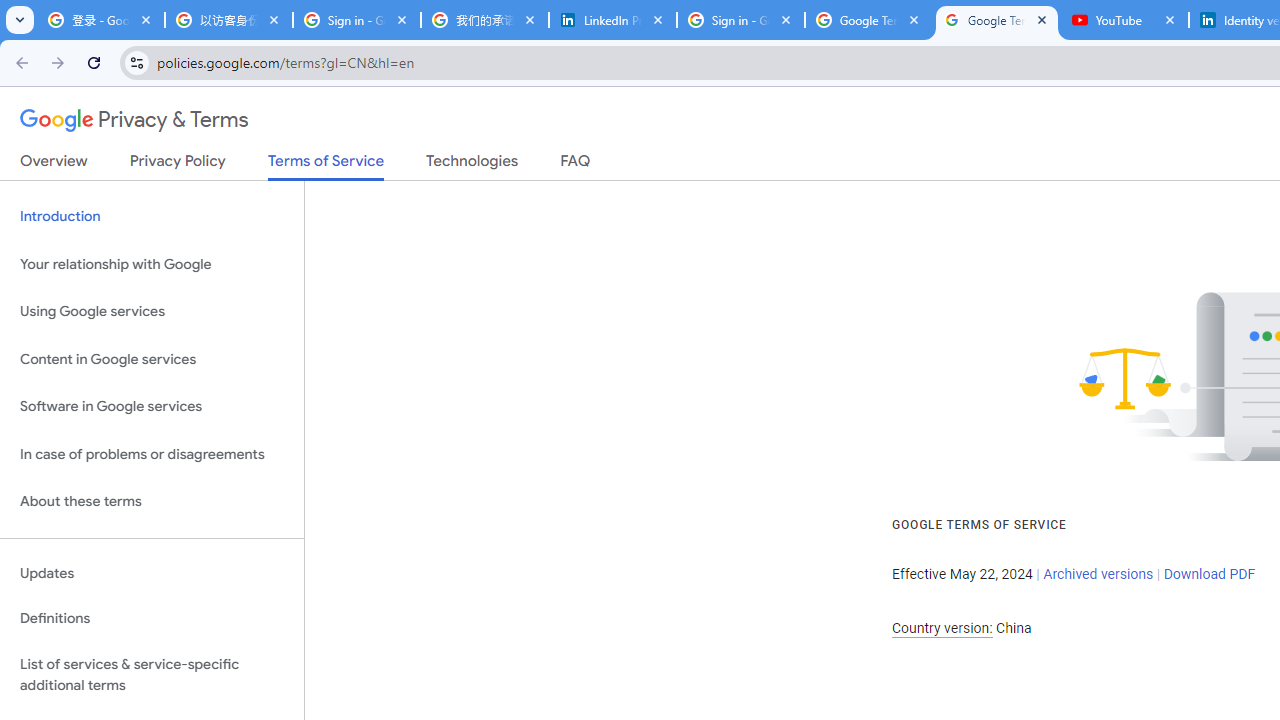 This screenshot has width=1280, height=720. Describe the element at coordinates (151, 675) in the screenshot. I see `'List of services & service-specific additional terms'` at that location.